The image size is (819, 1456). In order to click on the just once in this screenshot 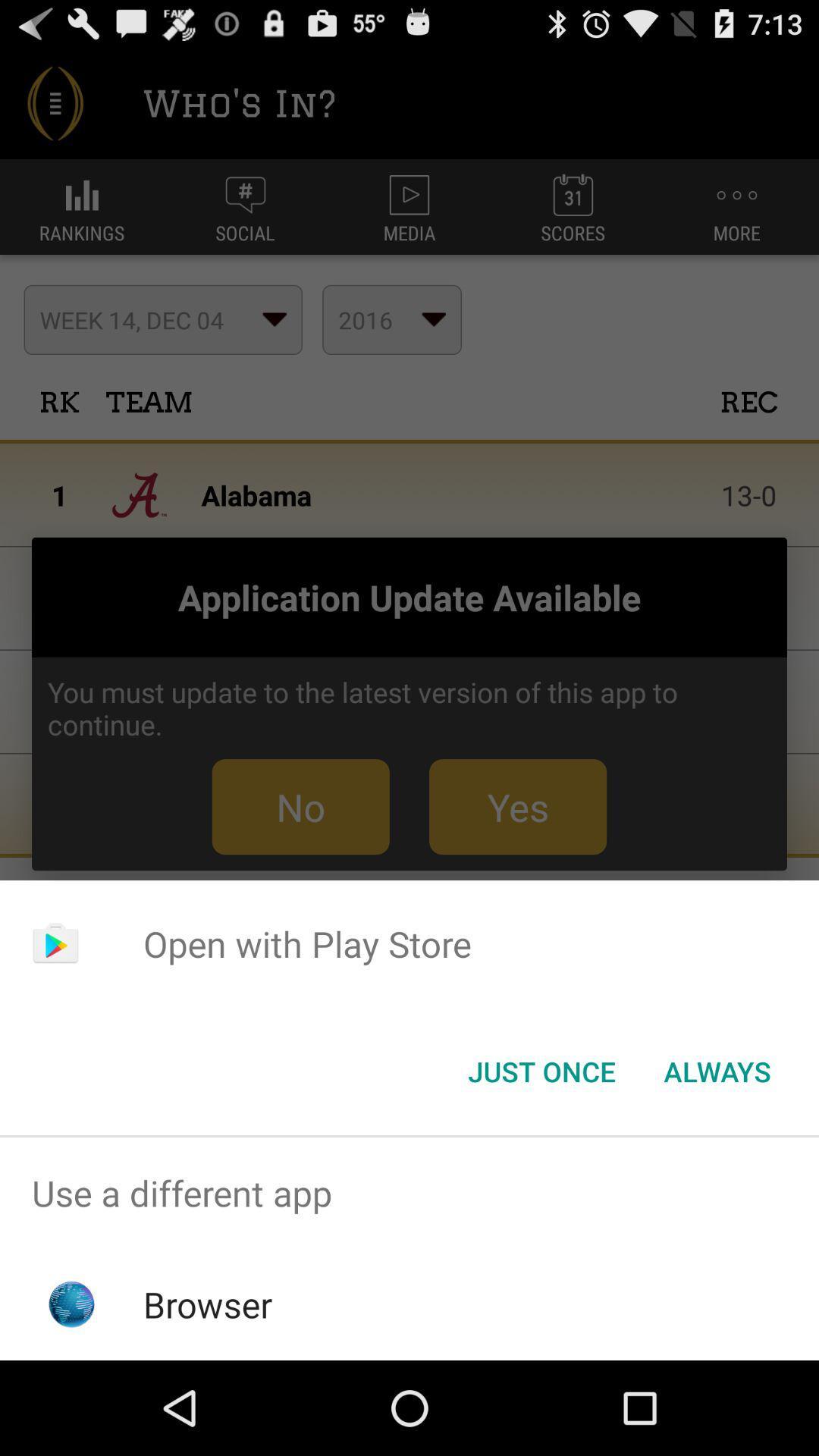, I will do `click(541, 1070)`.